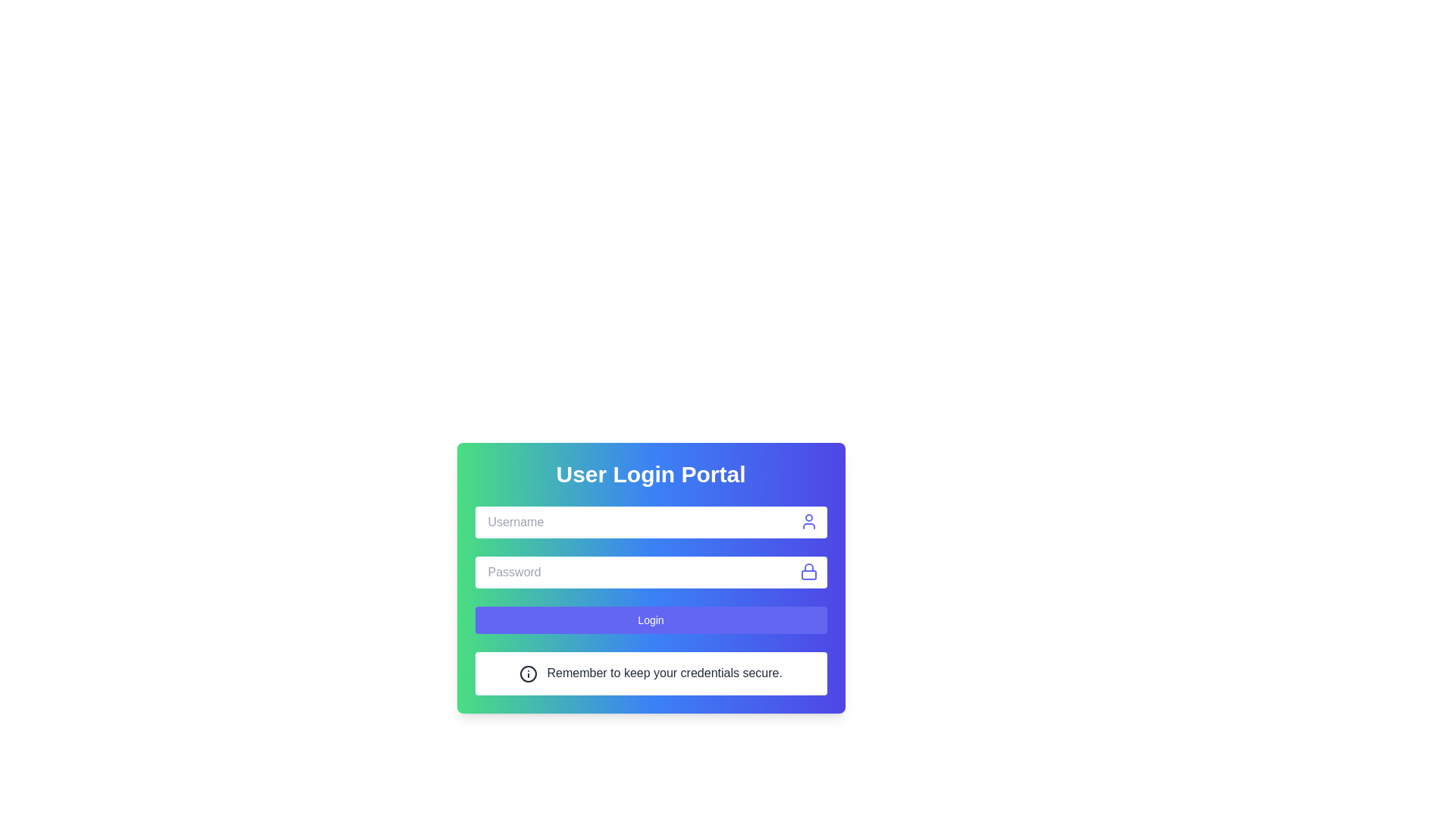  I want to click on and comprehend the informational message box located at the bottom of the card, following the blue 'Login' button, so click(651, 673).